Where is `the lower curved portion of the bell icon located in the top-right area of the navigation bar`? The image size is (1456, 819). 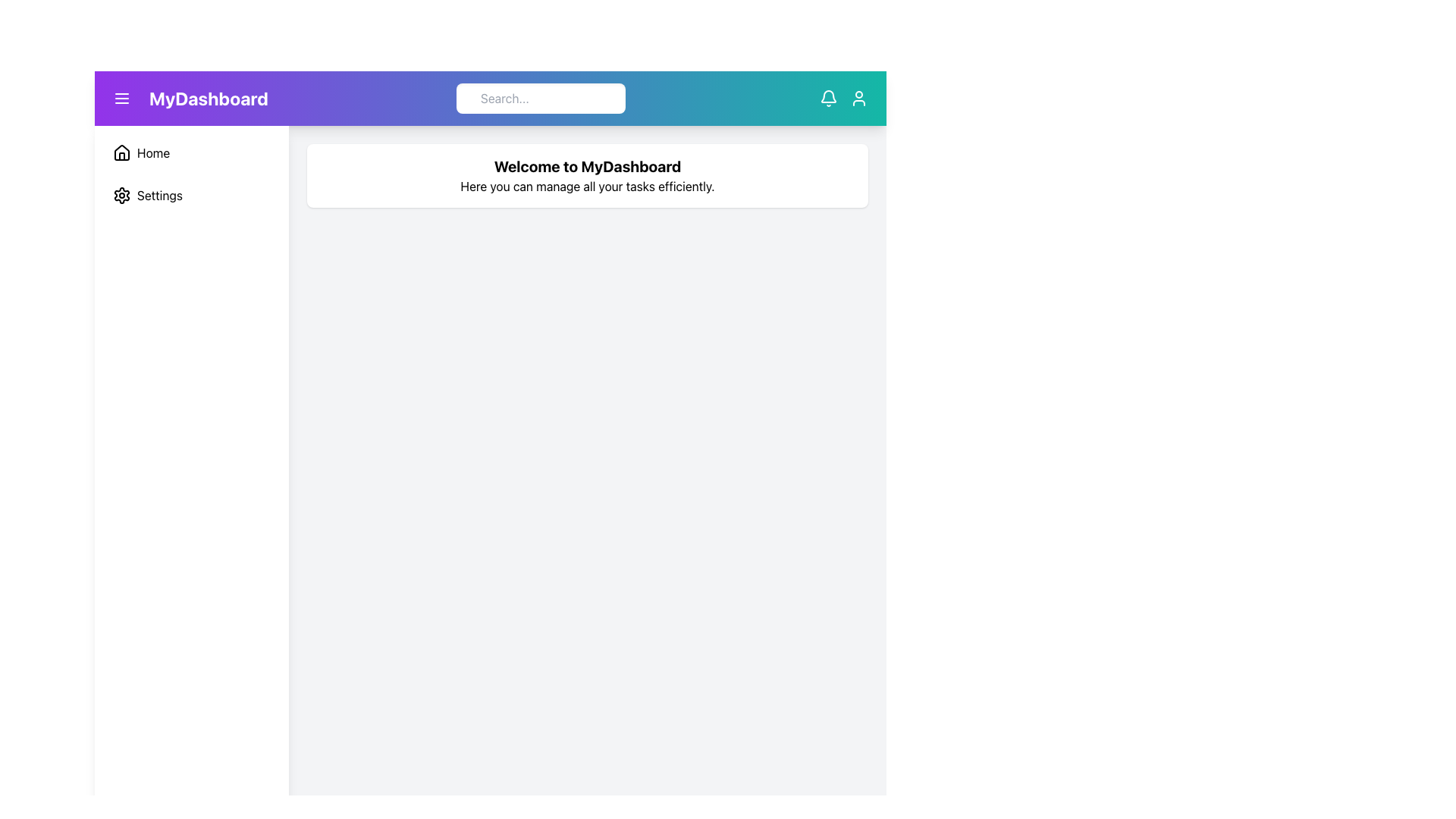 the lower curved portion of the bell icon located in the top-right area of the navigation bar is located at coordinates (828, 96).